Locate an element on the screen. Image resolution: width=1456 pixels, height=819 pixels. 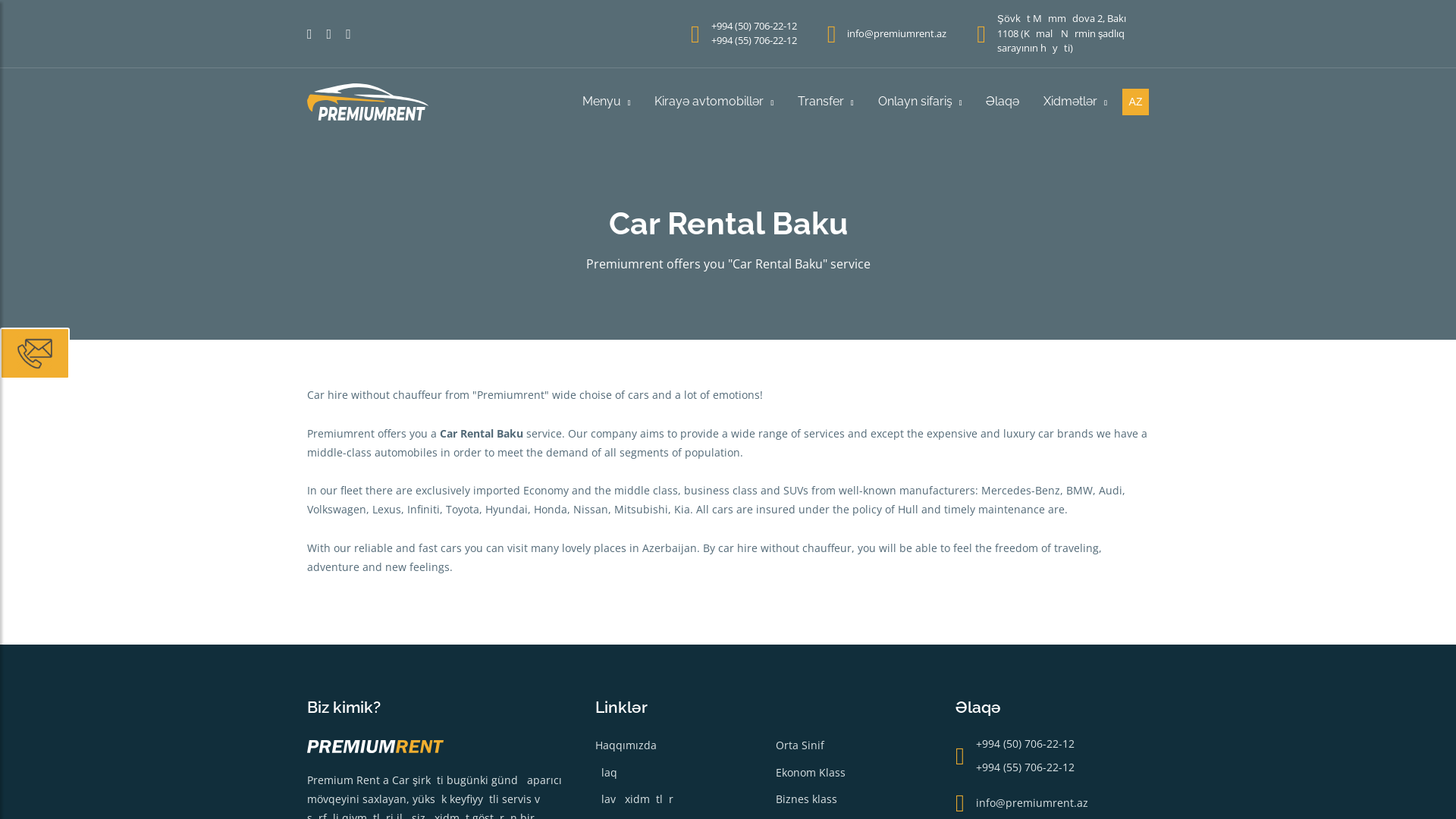
'Menyu' is located at coordinates (607, 102).